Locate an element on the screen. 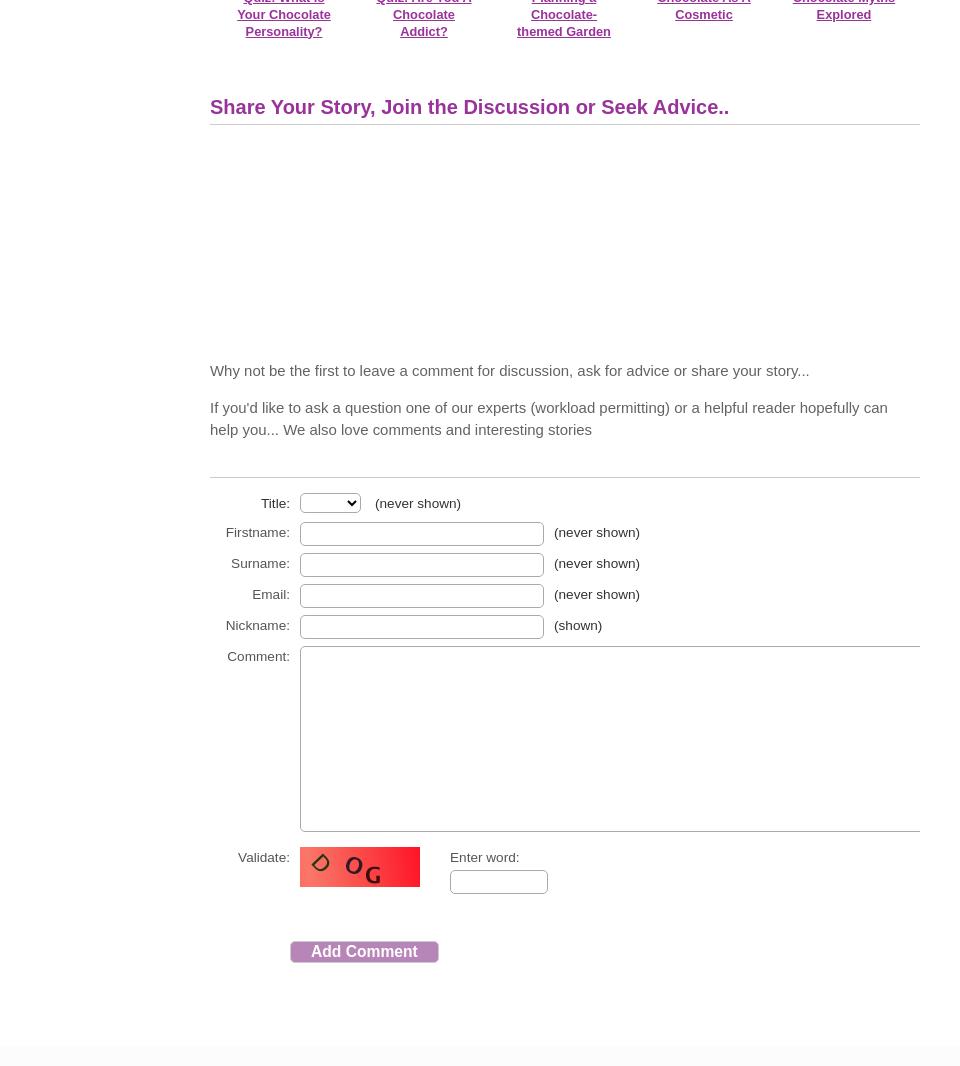 The width and height of the screenshot is (960, 1066). 'Surname:' is located at coordinates (259, 562).